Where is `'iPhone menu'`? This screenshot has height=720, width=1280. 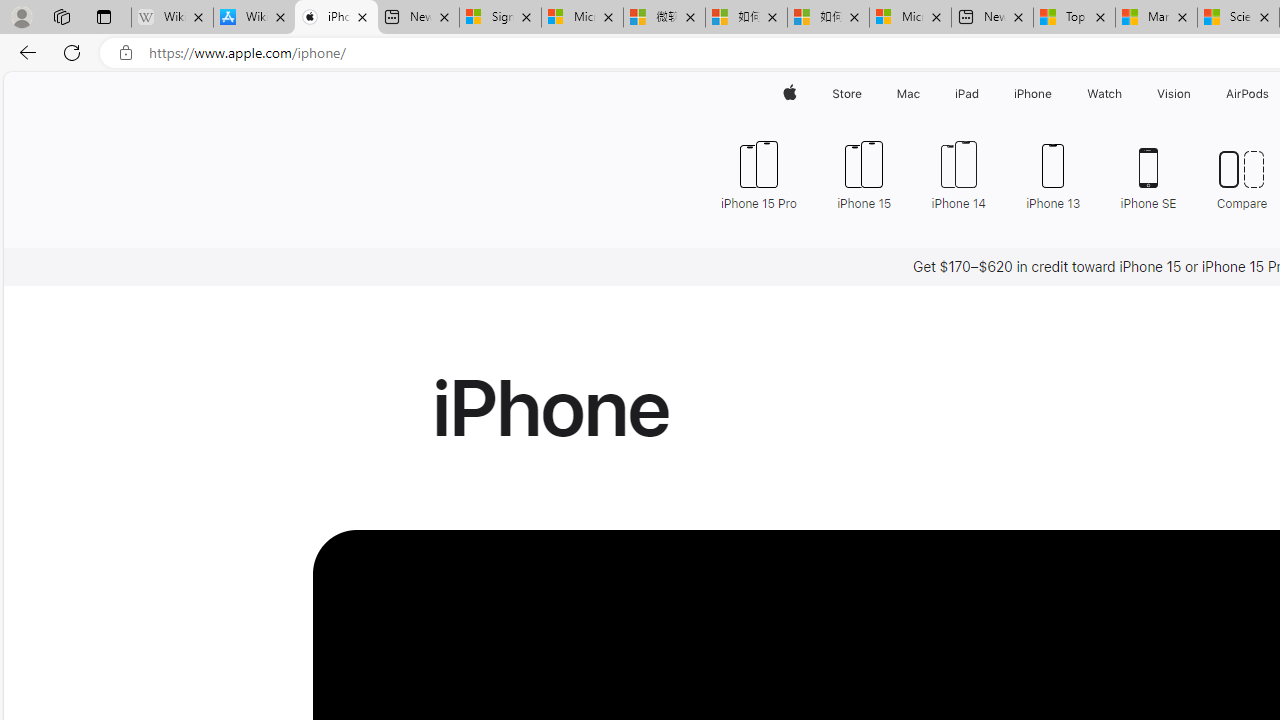 'iPhone menu' is located at coordinates (1055, 93).